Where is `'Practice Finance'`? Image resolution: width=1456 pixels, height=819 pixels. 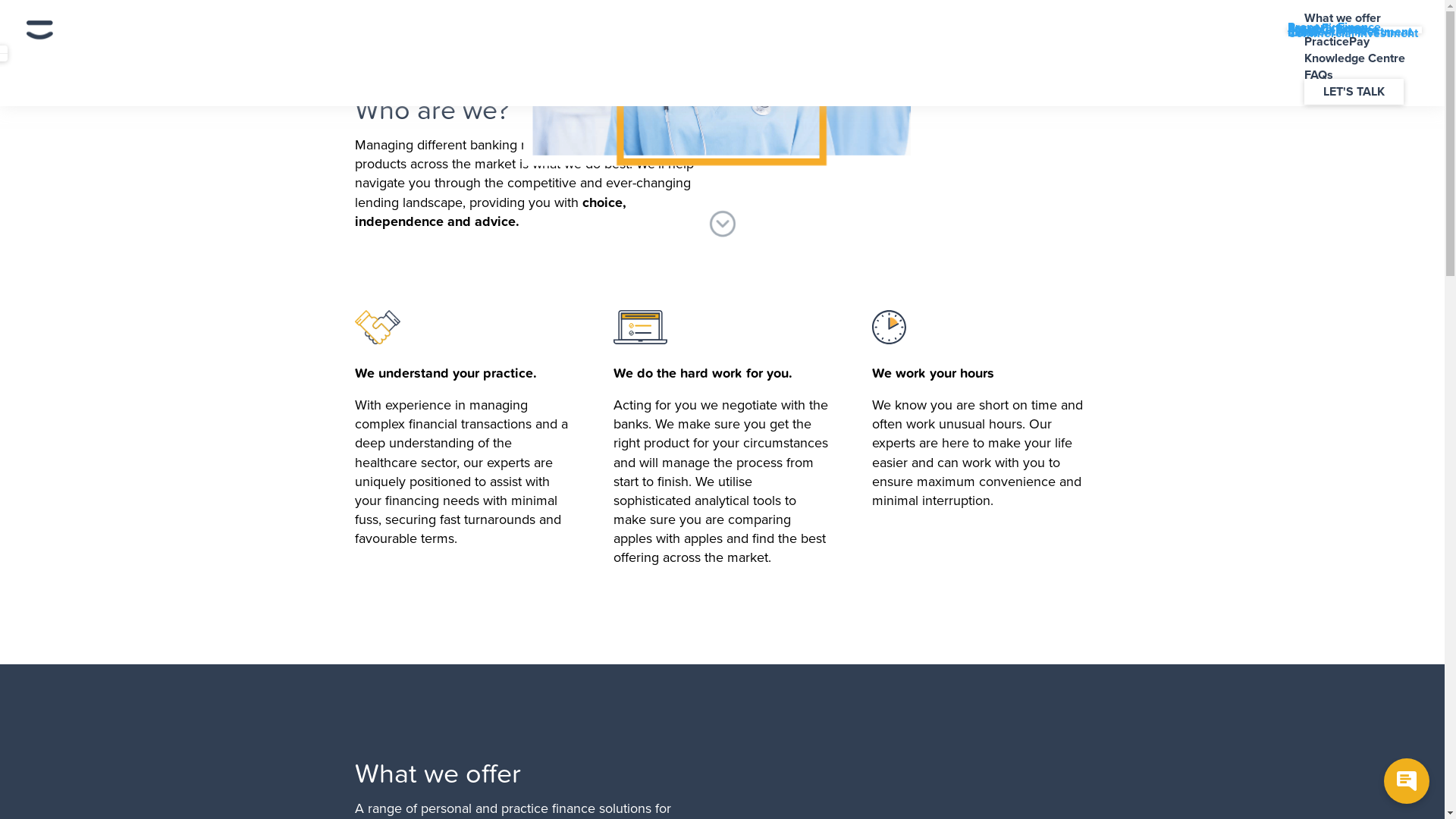
'Practice Finance' is located at coordinates (1332, 29).